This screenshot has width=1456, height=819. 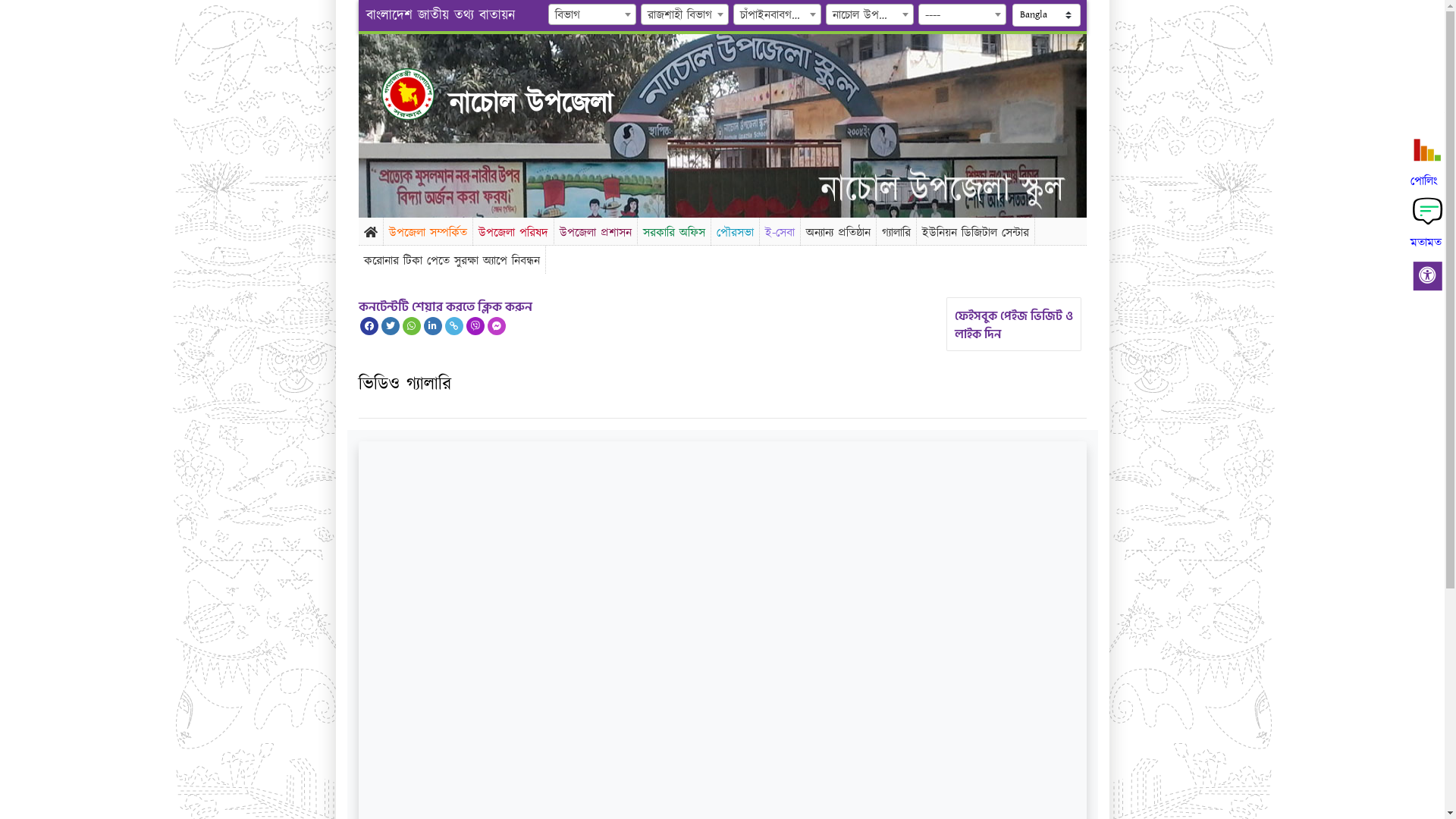 I want to click on ', so click(x=420, y=93).